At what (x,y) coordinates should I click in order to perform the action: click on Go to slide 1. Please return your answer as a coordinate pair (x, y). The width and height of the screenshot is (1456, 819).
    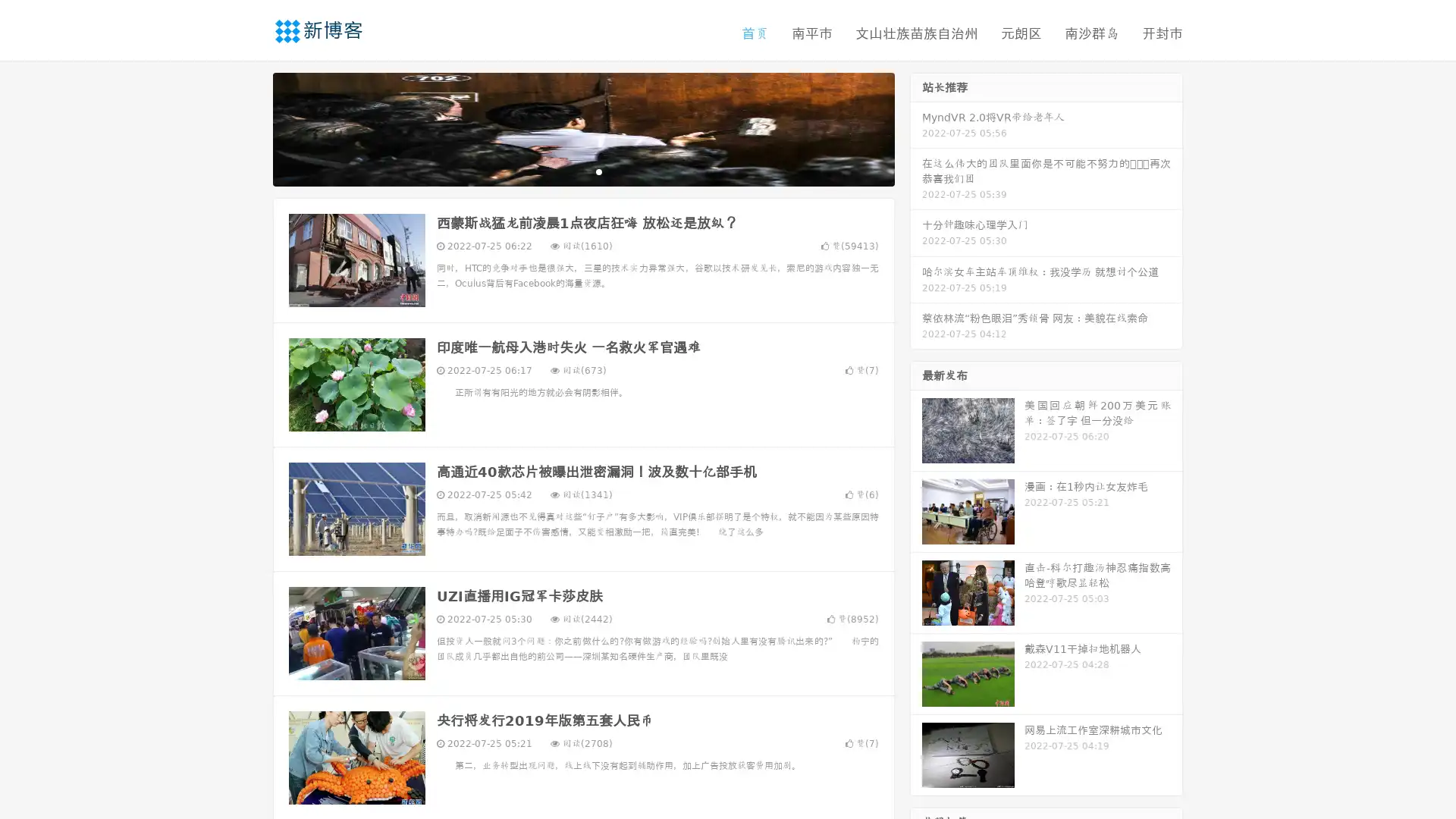
    Looking at the image, I should click on (567, 171).